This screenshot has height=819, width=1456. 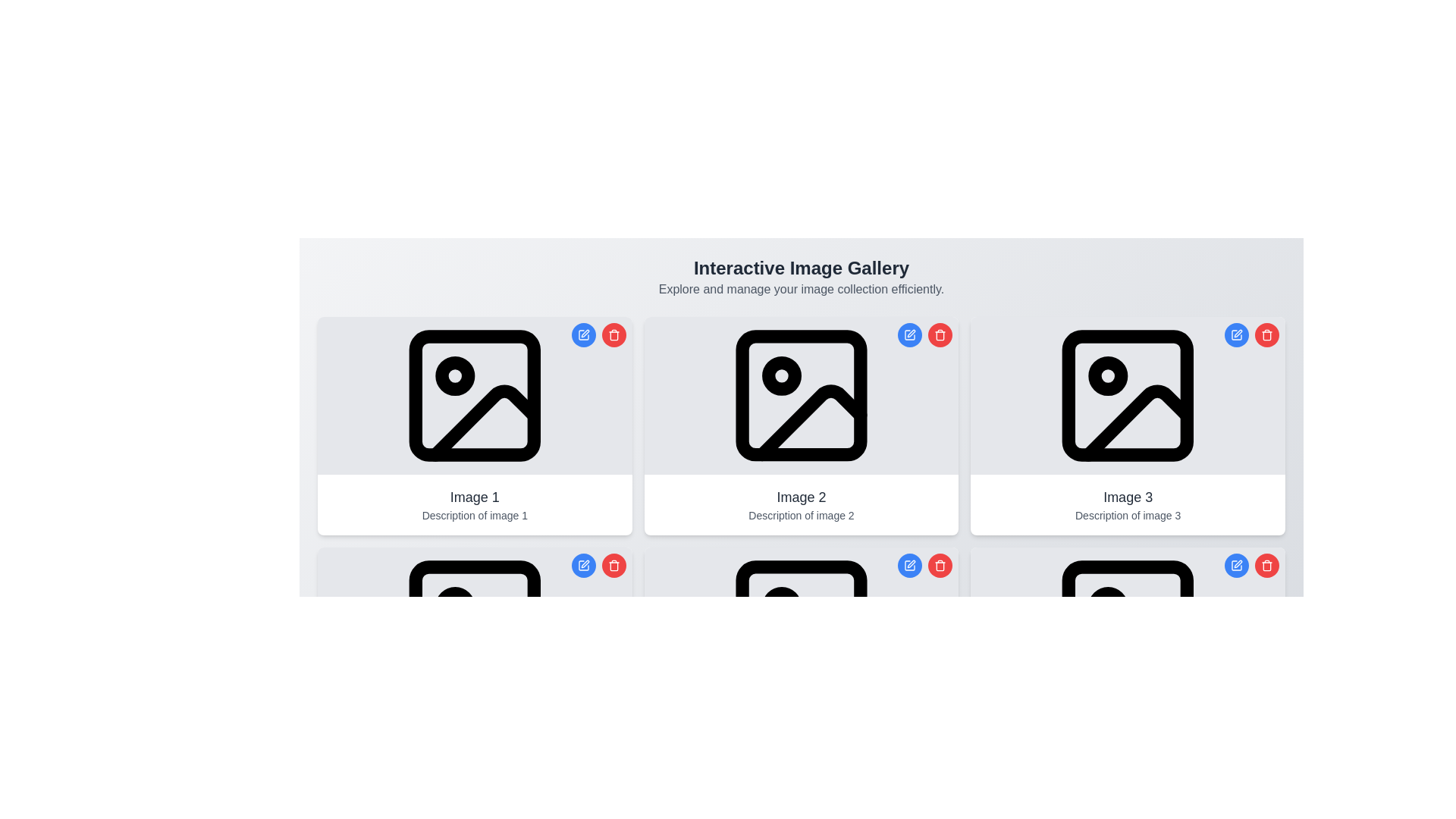 What do you see at coordinates (1252, 565) in the screenshot?
I see `the blue button with a white pen icon` at bounding box center [1252, 565].